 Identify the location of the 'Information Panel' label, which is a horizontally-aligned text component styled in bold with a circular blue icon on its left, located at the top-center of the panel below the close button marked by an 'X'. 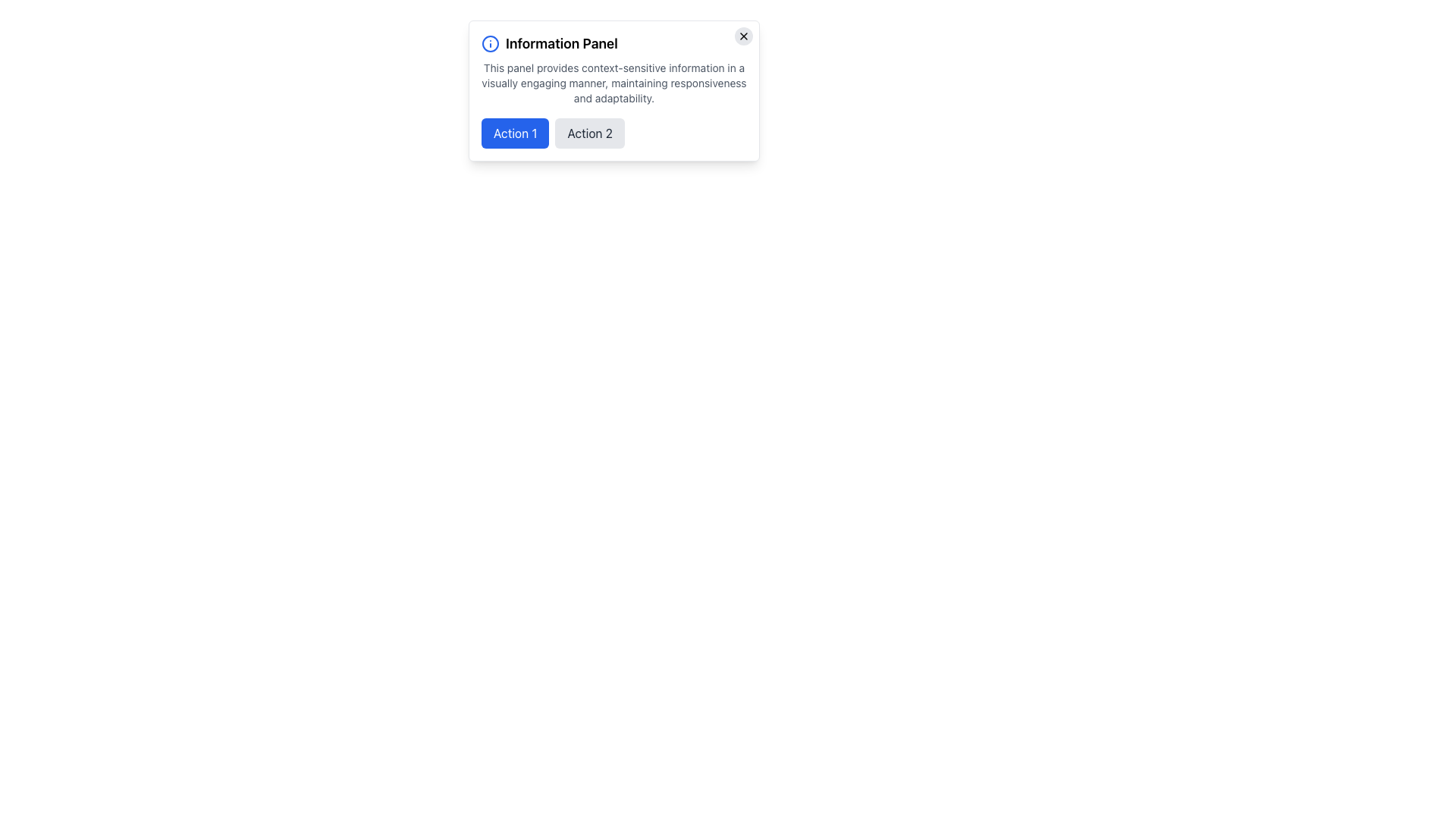
(614, 42).